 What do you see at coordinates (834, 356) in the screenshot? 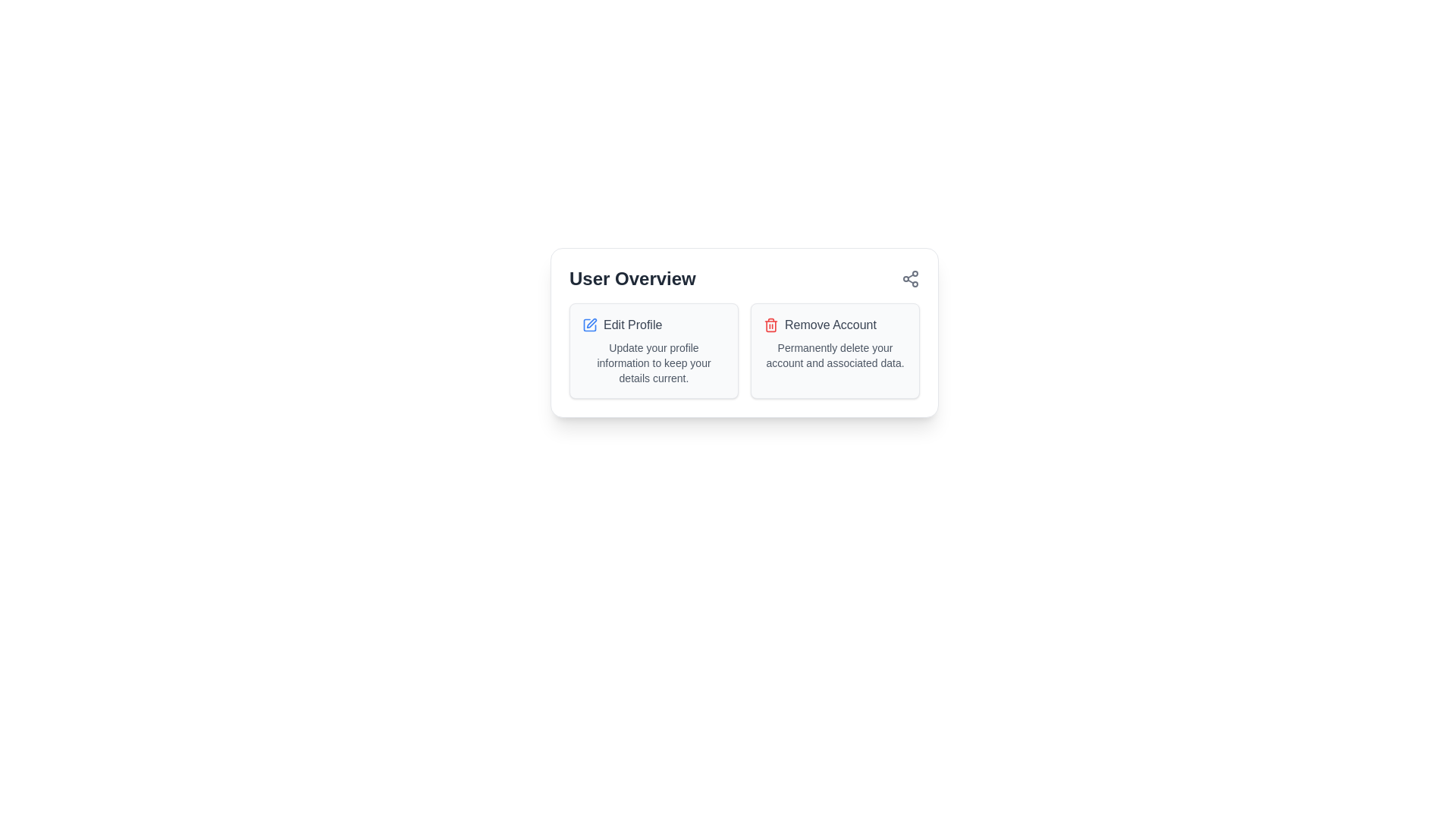
I see `the gray descriptive text that reads 'Permanently delete your account and associated data.' located within the 'Remove Account' card` at bounding box center [834, 356].